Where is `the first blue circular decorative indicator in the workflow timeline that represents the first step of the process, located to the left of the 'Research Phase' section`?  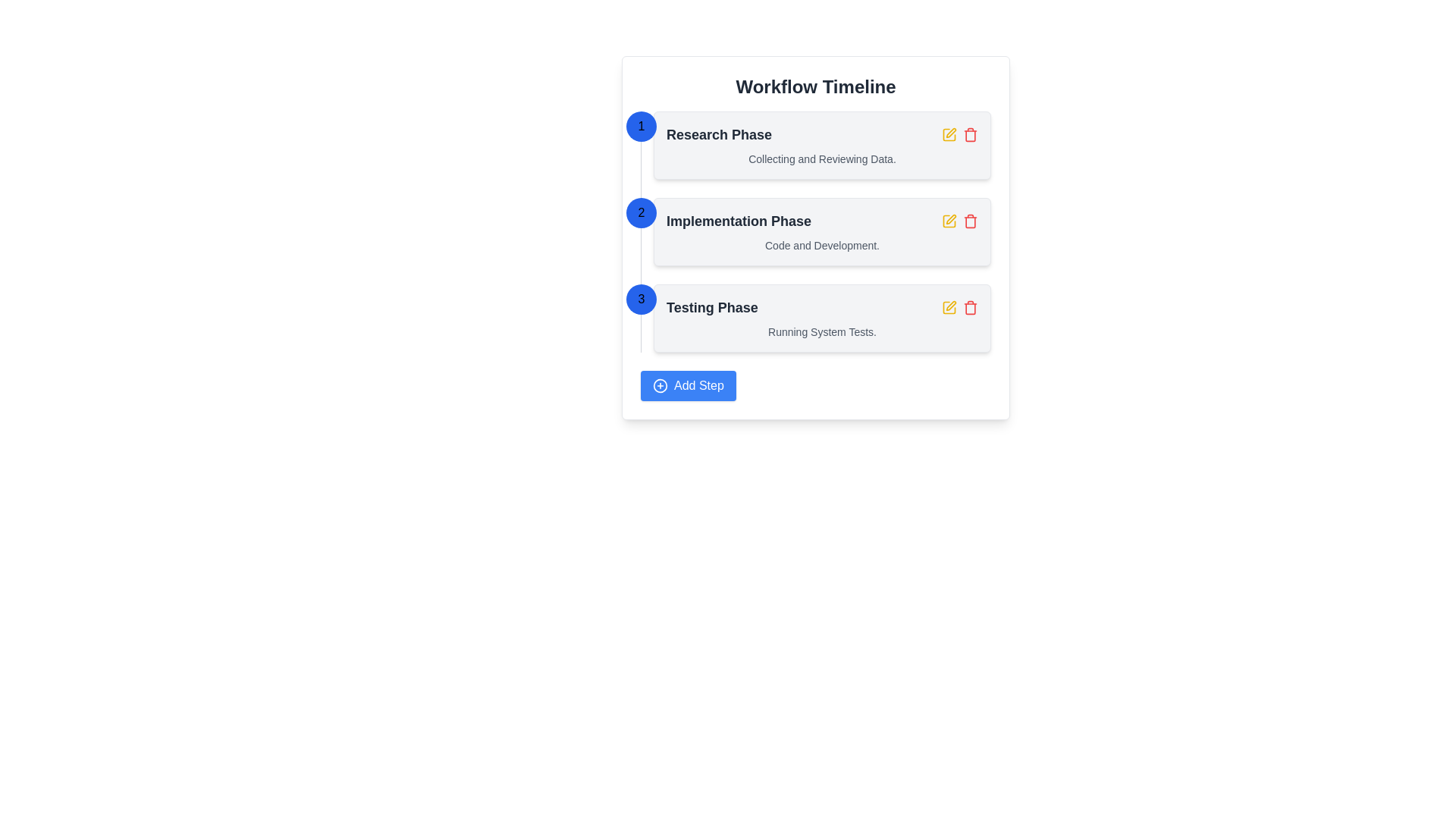 the first blue circular decorative indicator in the workflow timeline that represents the first step of the process, located to the left of the 'Research Phase' section is located at coordinates (641, 125).